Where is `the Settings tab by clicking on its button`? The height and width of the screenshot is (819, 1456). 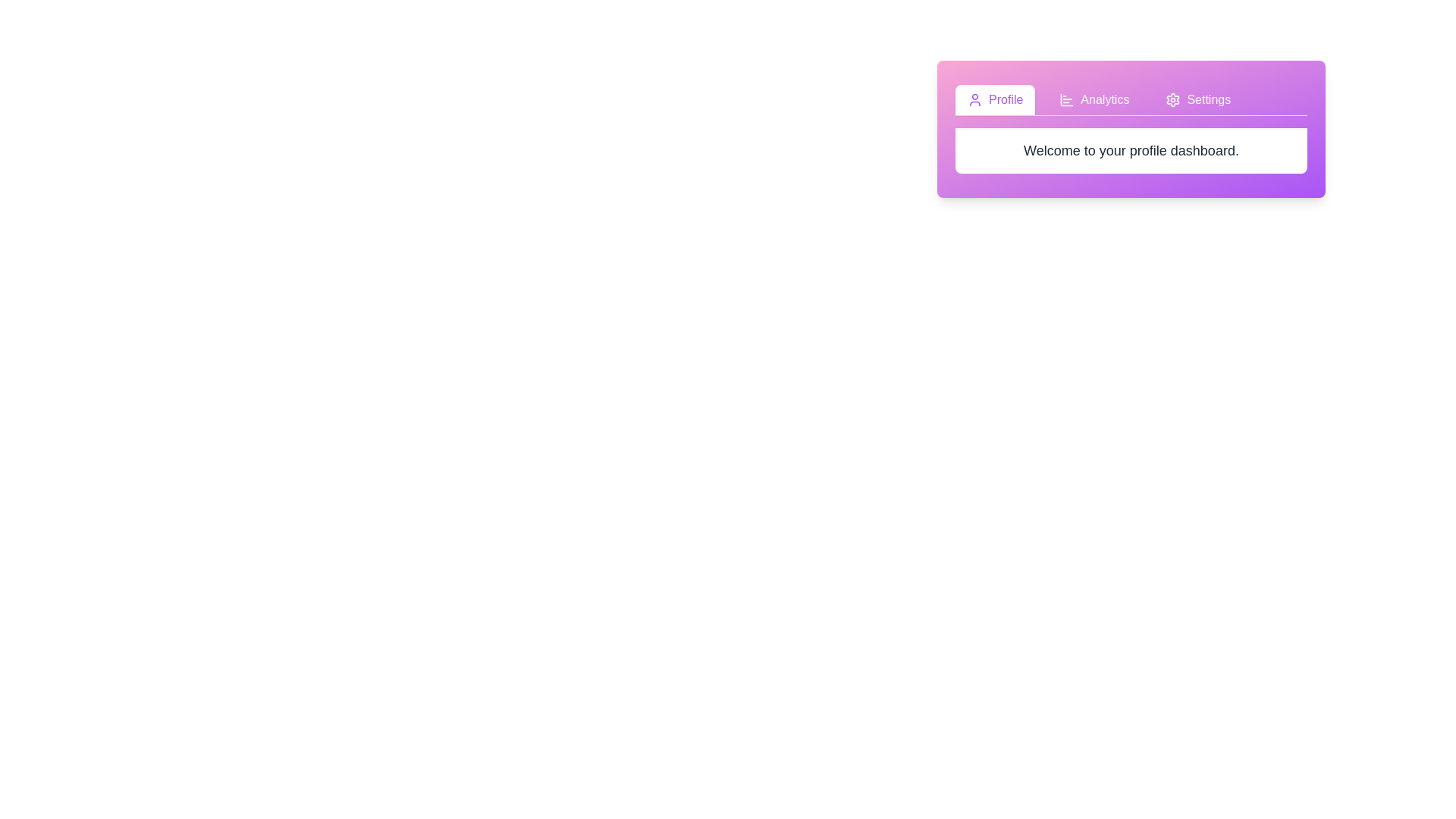 the Settings tab by clicking on its button is located at coordinates (1197, 99).